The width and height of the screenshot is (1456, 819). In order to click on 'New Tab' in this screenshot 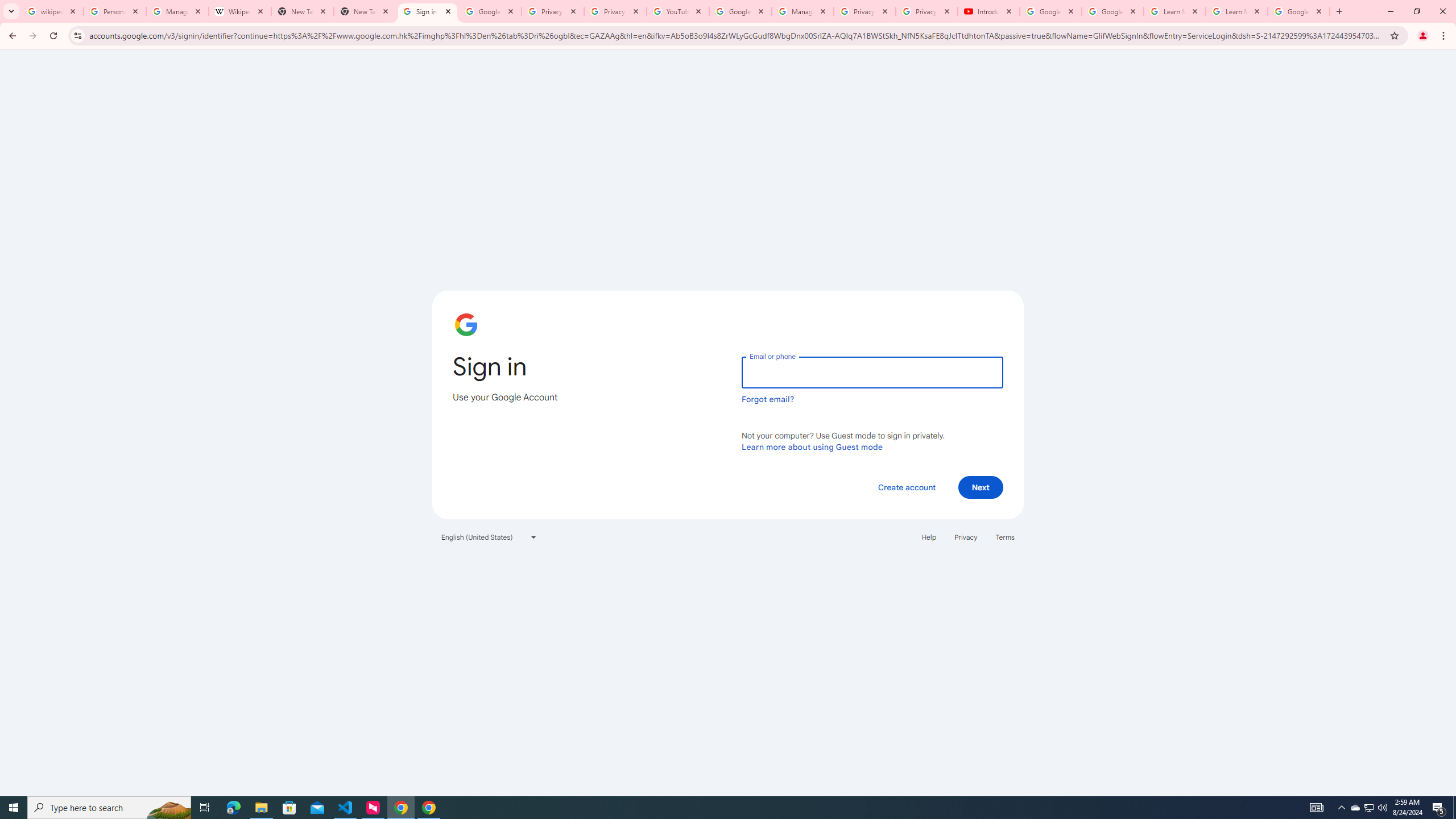, I will do `click(365, 11)`.